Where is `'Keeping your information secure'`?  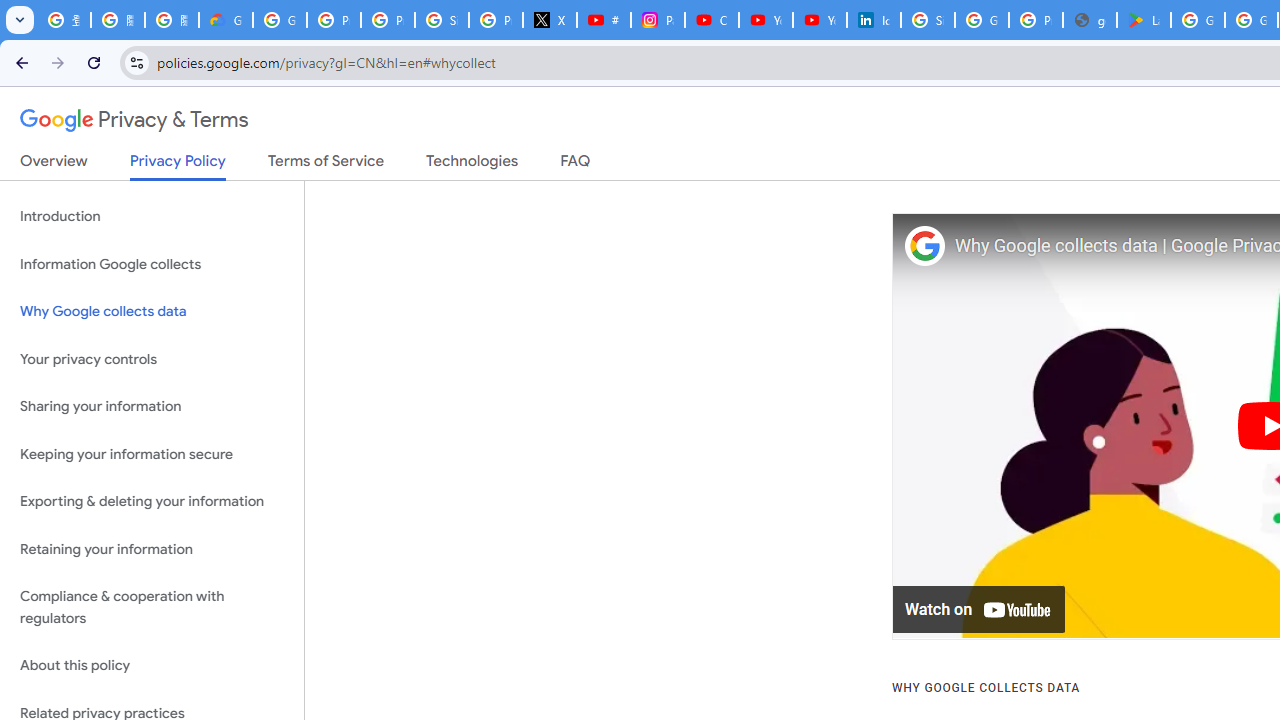
'Keeping your information secure' is located at coordinates (151, 454).